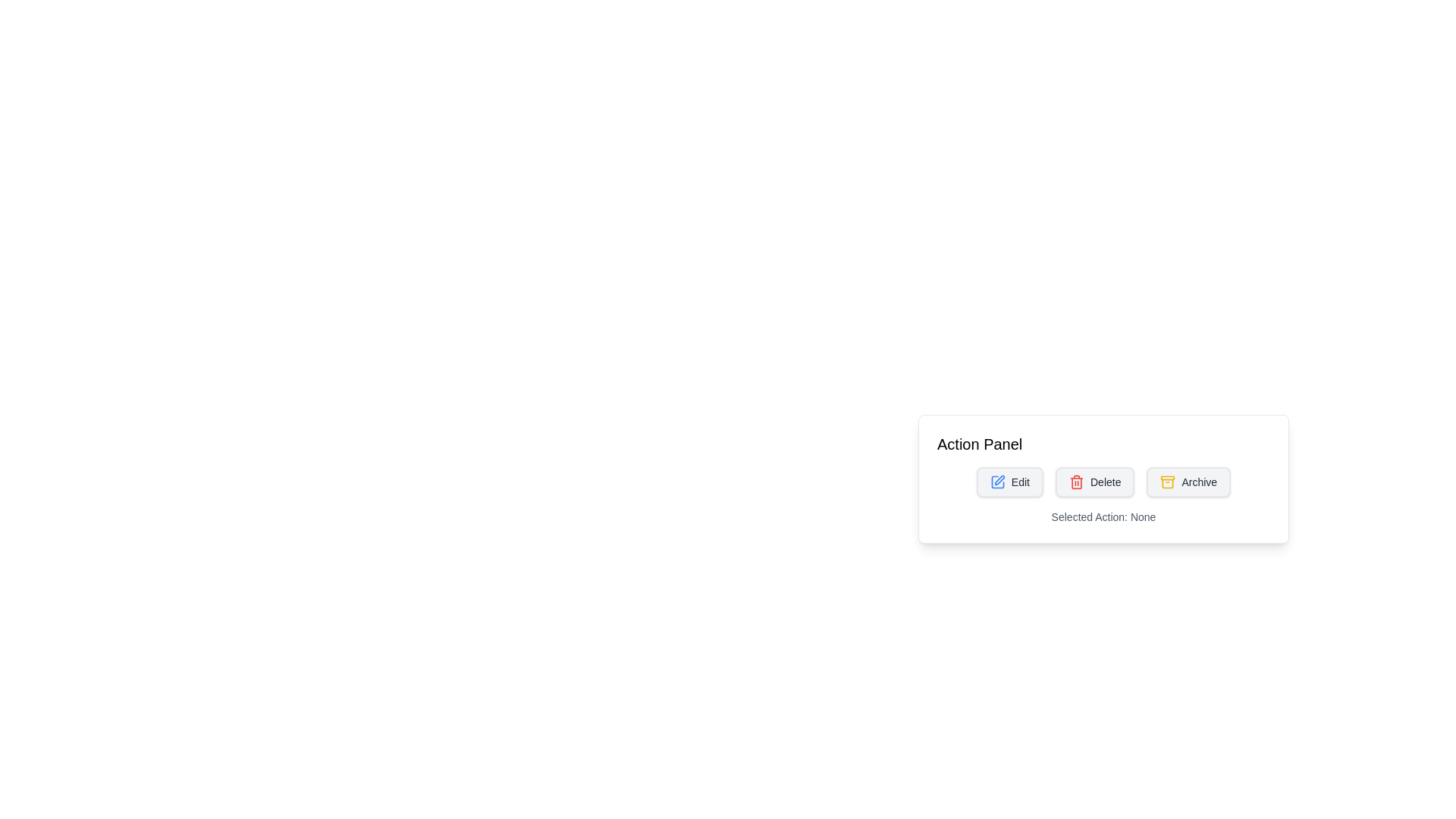 The height and width of the screenshot is (819, 1456). Describe the element at coordinates (980, 444) in the screenshot. I see `the Text Display that indicates the title or purpose of the associated panel, located at the top-left of the panel above the buttons labeled 'Edit', 'Delete', and 'Archive'` at that location.